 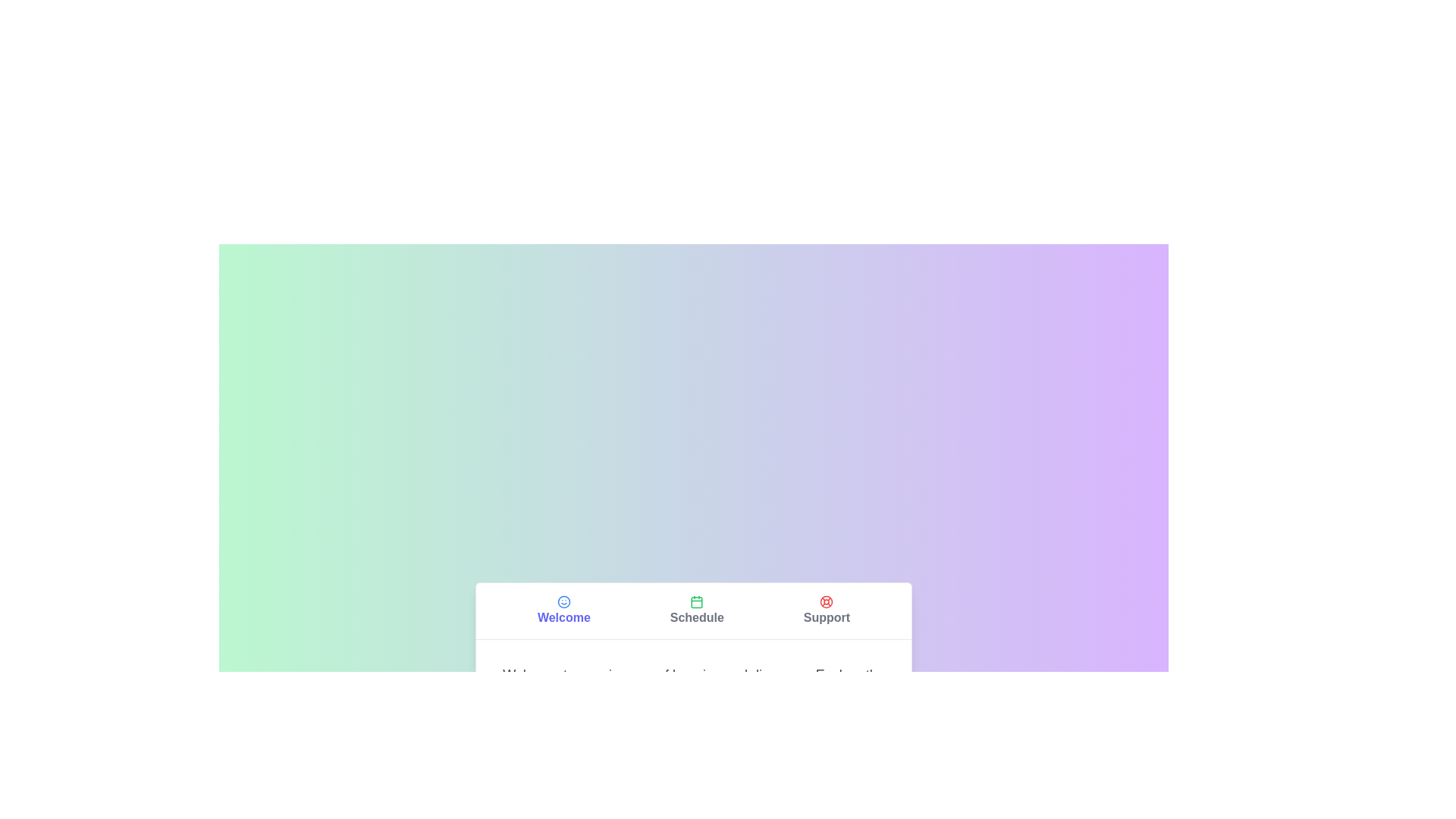 What do you see at coordinates (563, 610) in the screenshot?
I see `the Welcome tab to view its content` at bounding box center [563, 610].